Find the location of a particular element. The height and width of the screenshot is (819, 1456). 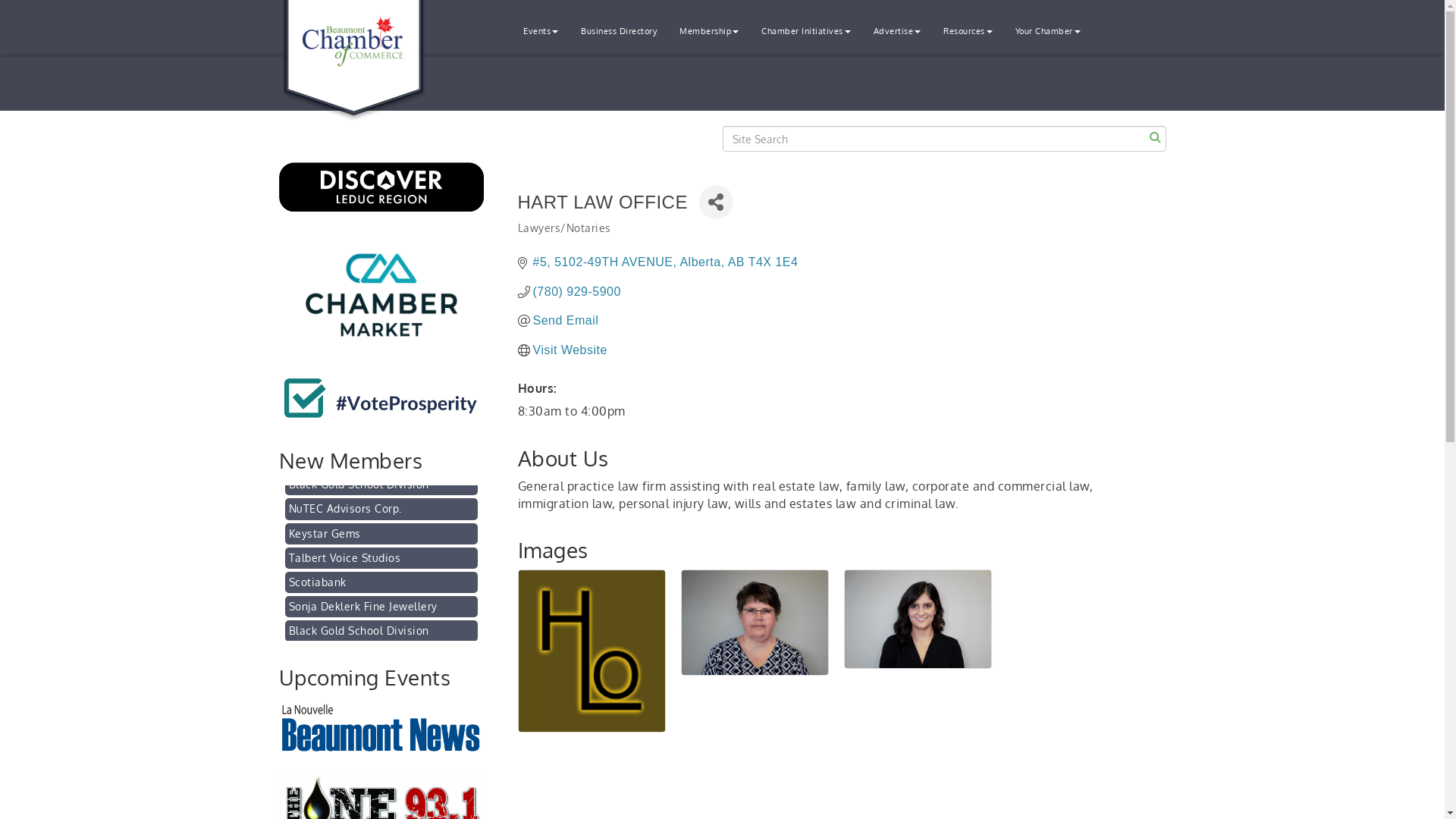

'Advertise' is located at coordinates (896, 31).